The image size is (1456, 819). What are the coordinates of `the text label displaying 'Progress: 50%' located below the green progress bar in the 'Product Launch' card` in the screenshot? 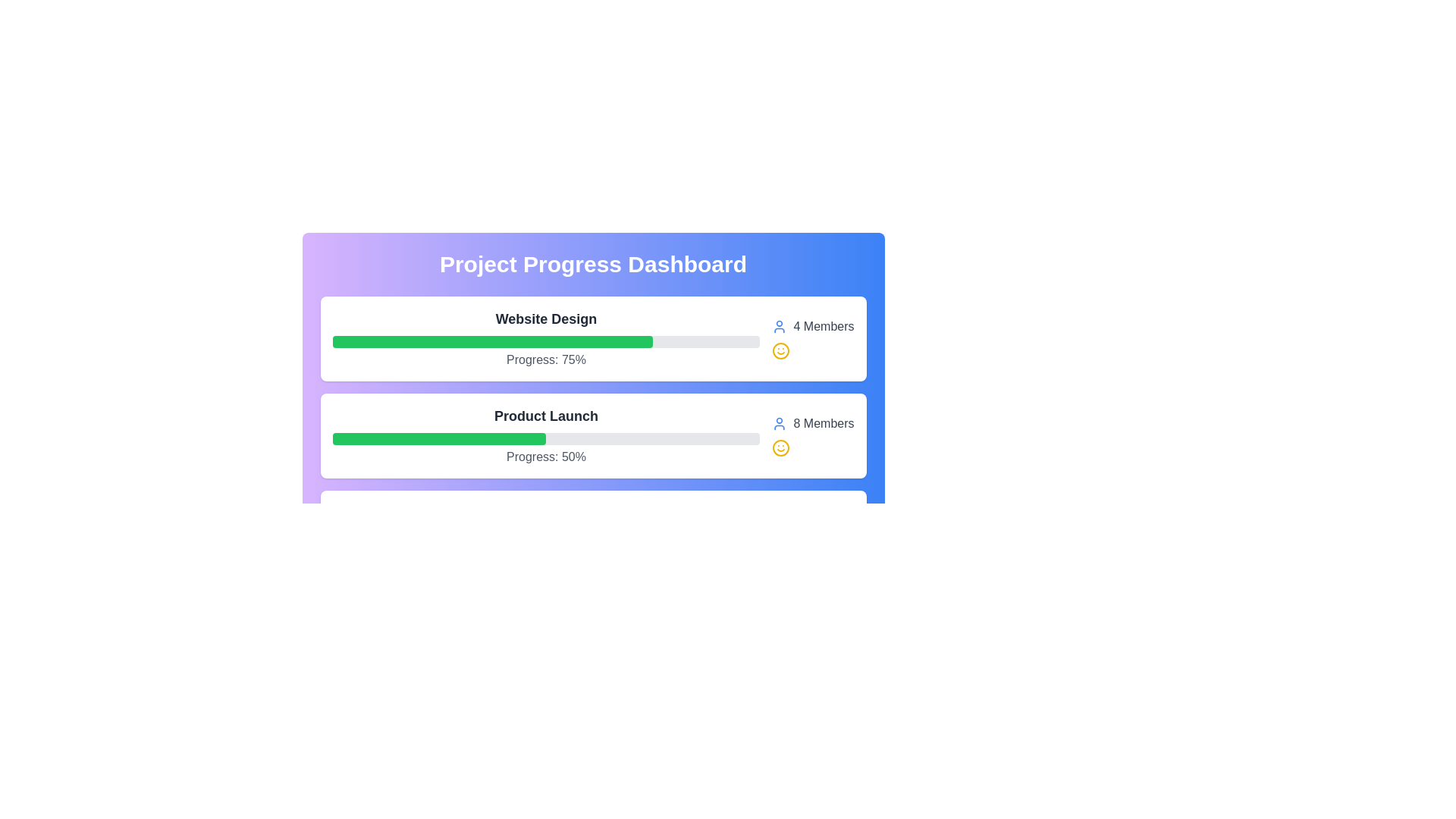 It's located at (546, 456).